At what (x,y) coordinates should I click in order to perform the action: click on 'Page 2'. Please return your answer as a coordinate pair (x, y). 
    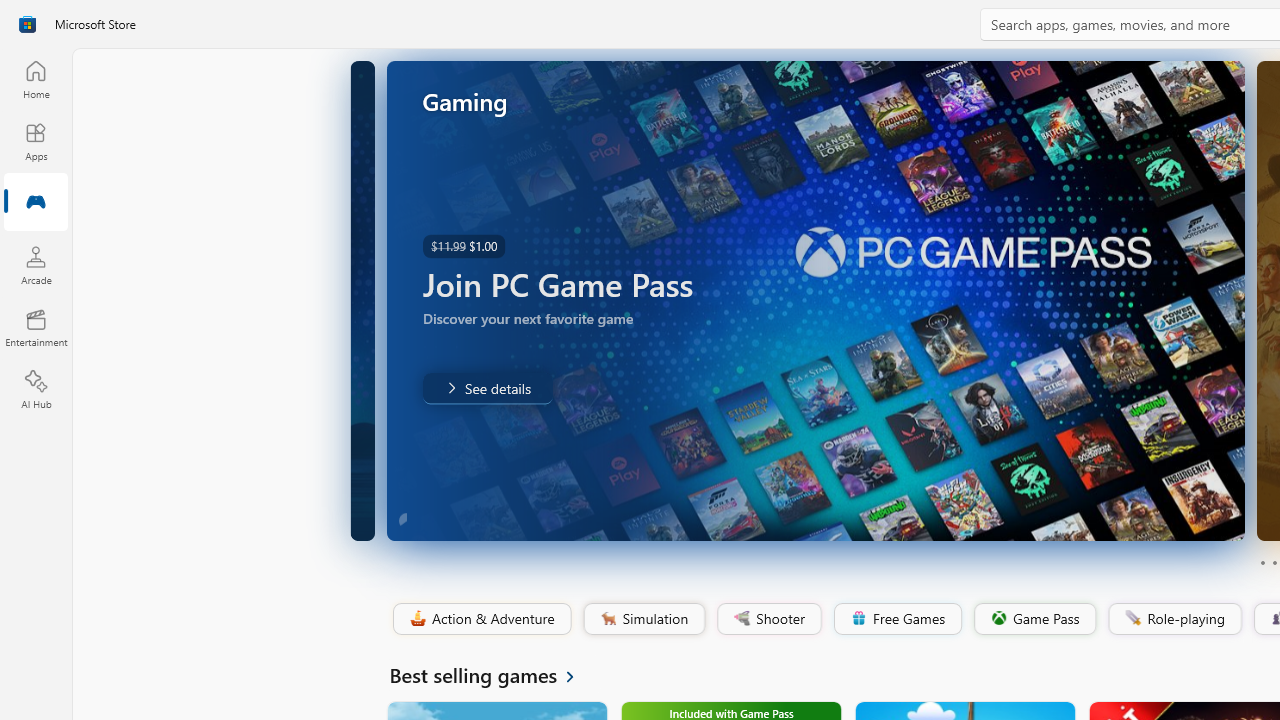
    Looking at the image, I should click on (1273, 563).